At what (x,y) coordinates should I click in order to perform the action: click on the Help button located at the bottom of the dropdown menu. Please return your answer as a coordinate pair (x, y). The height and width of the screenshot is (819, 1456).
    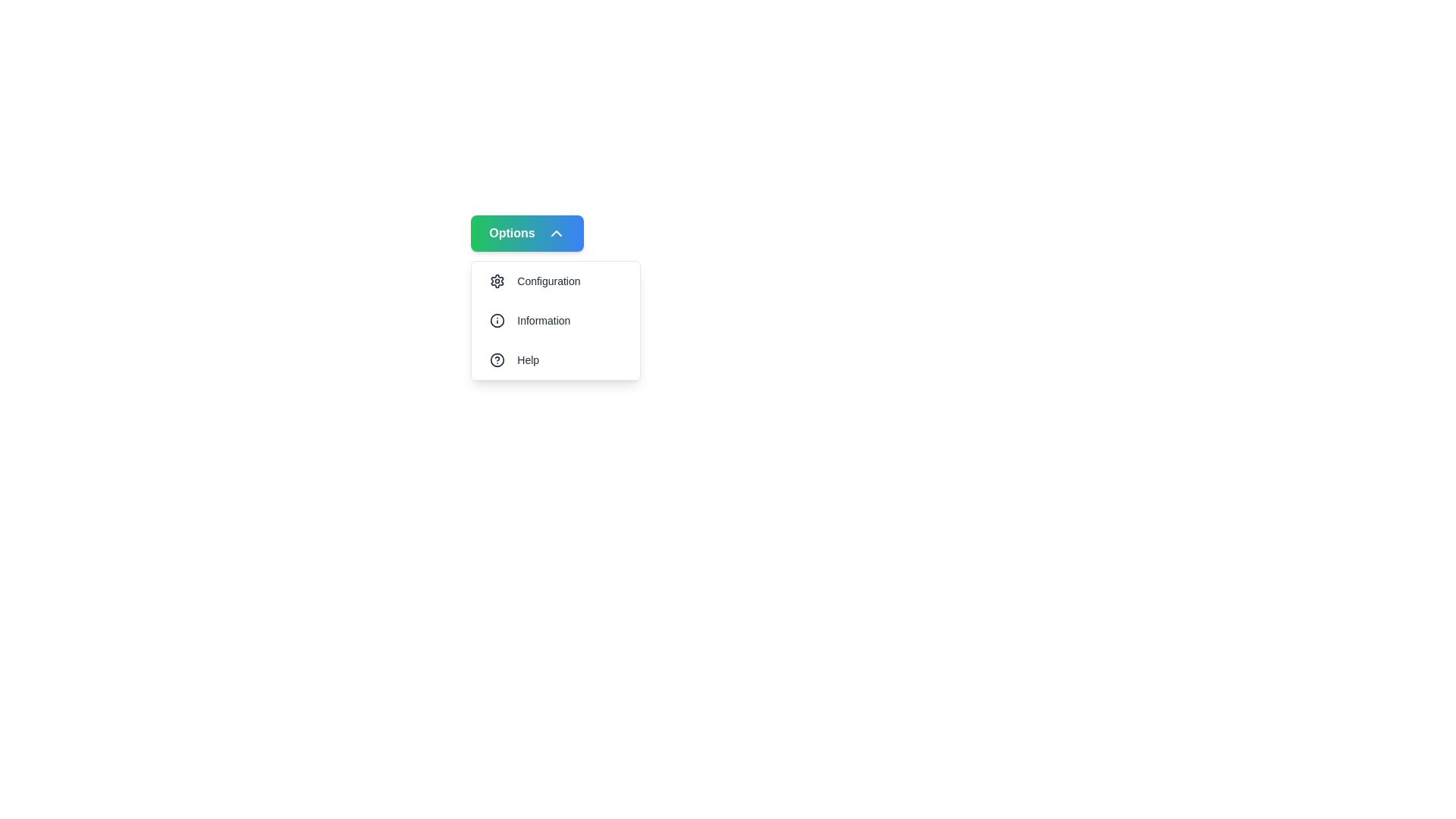
    Looking at the image, I should click on (555, 359).